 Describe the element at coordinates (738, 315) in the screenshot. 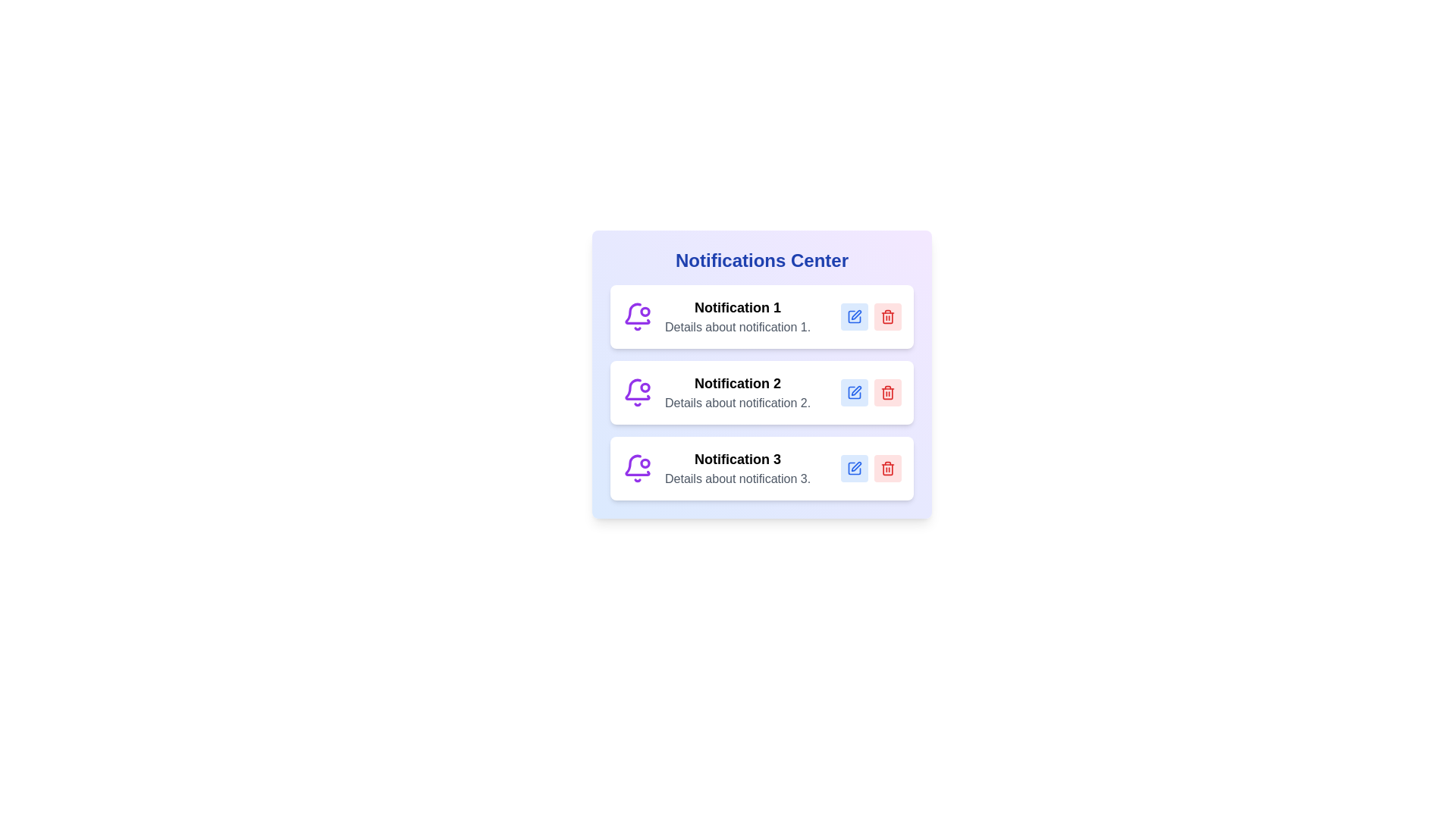

I see `the text content displayed in the notification card, specifically the bold text 'Notification 1' and the regular text 'Details about notification 1.'` at that location.